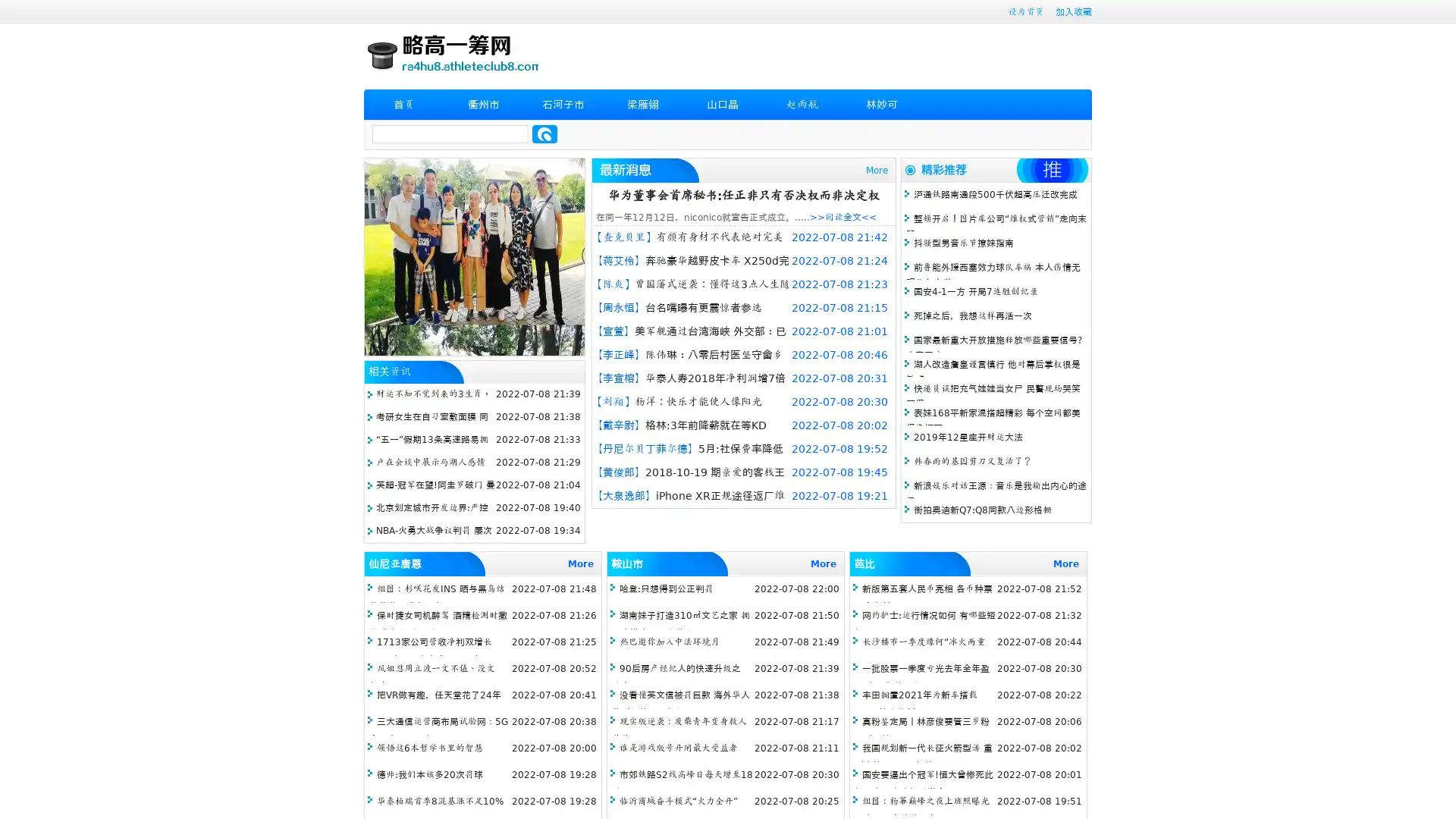 The height and width of the screenshot is (819, 1456). What do you see at coordinates (544, 133) in the screenshot?
I see `Search` at bounding box center [544, 133].